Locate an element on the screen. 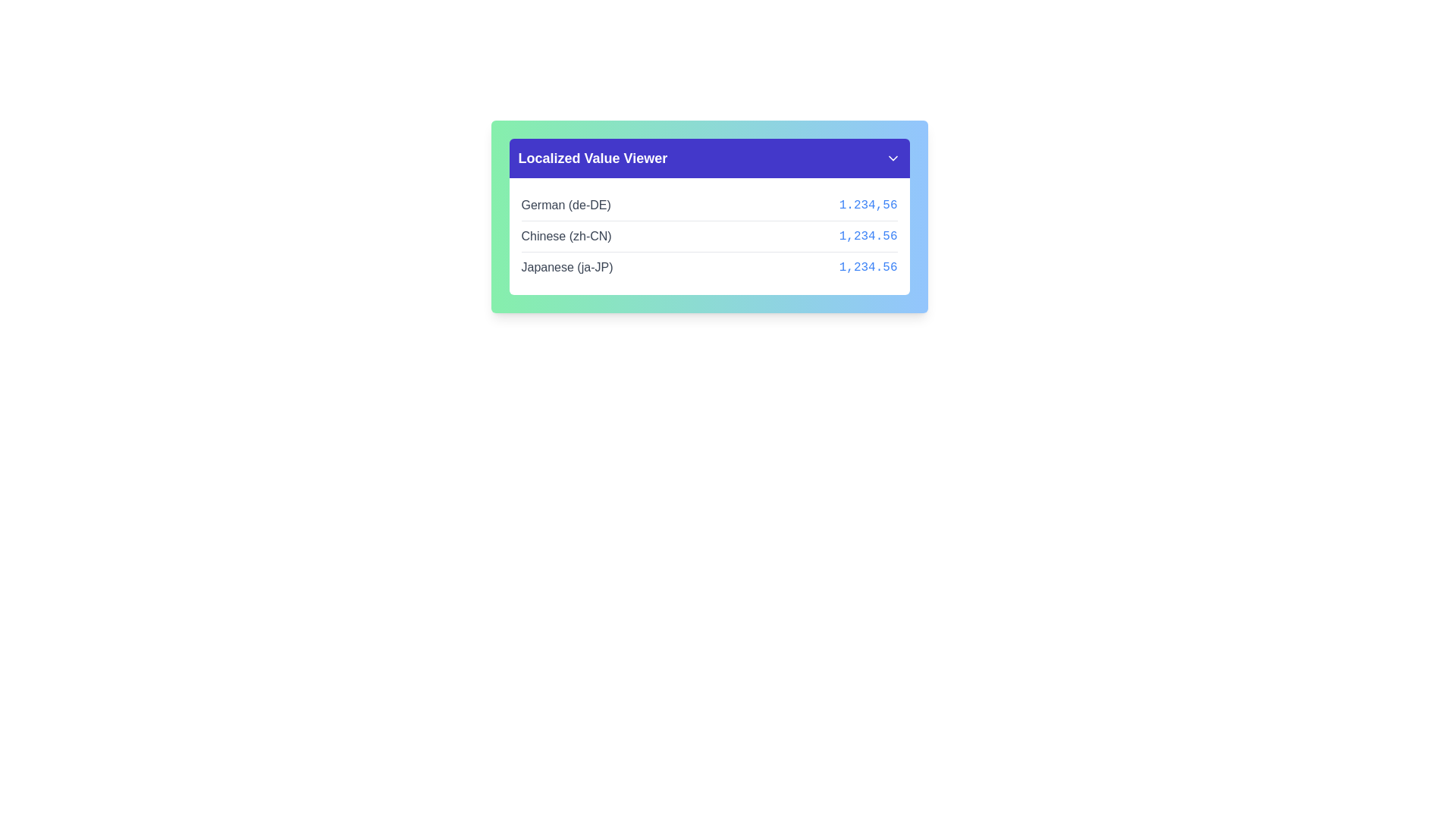 The height and width of the screenshot is (819, 1456). numeric value '1,234.56' displayed in blue monospaced font to the right of 'Chinese (zh-CN)' is located at coordinates (868, 237).